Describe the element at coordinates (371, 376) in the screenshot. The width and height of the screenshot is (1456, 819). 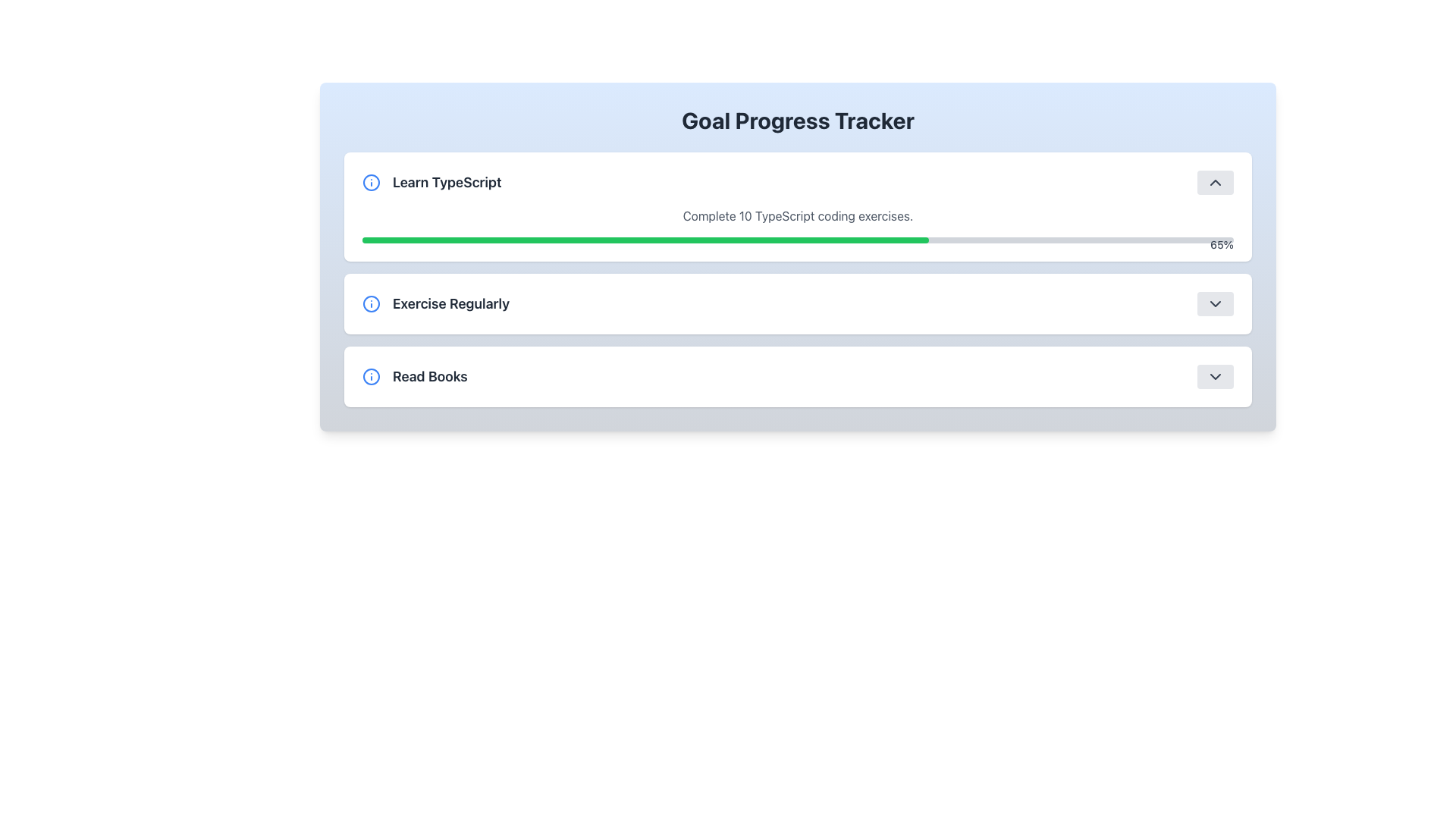
I see `the graphical UI component (circle within an SVG) that represents the 'Read Books' item in the list` at that location.